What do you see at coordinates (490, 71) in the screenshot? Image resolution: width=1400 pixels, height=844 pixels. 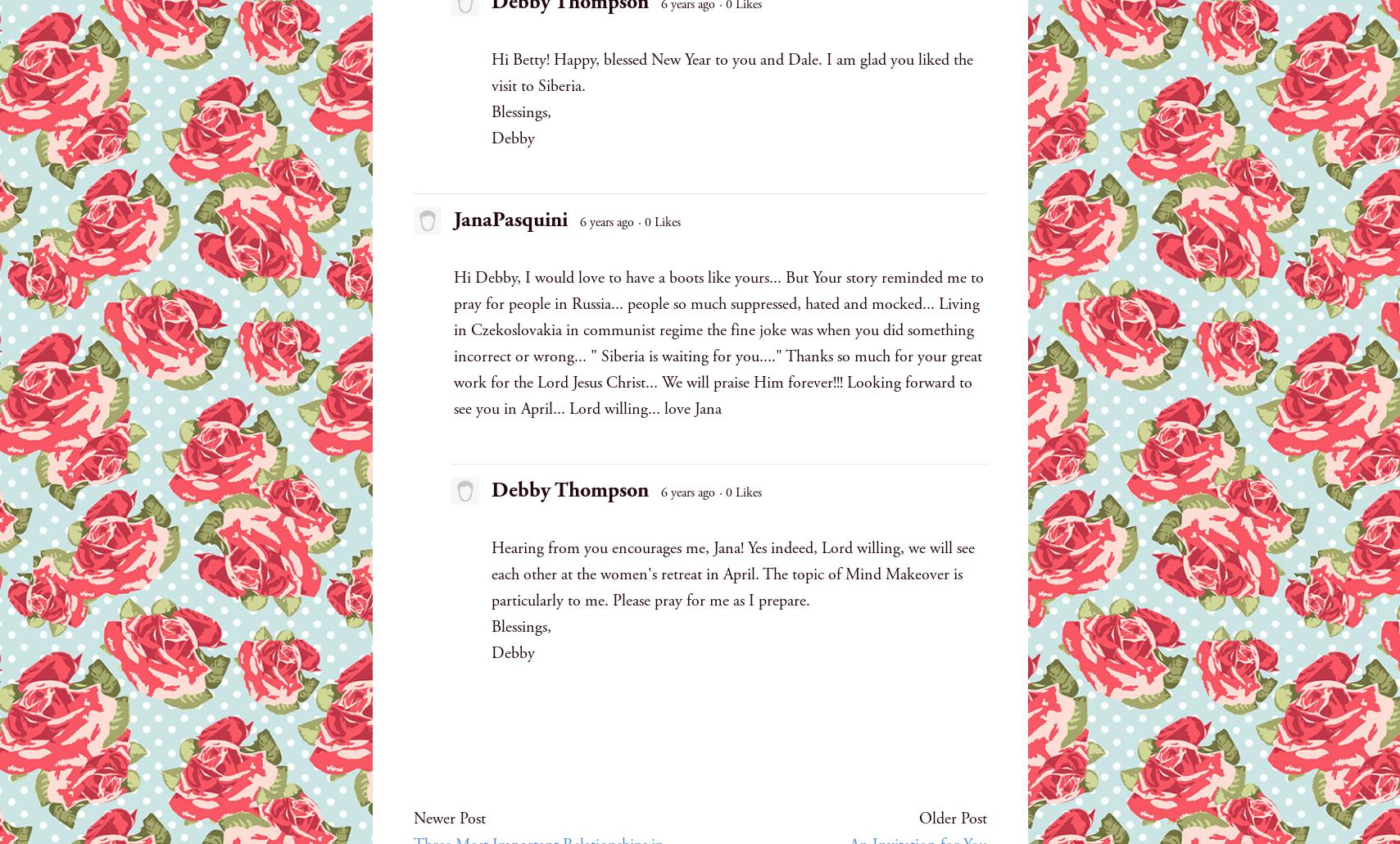 I see `'Hi Betty! Happy, blessed New Year to you and Dale. I am glad you liked the visit to Siberia.'` at bounding box center [490, 71].